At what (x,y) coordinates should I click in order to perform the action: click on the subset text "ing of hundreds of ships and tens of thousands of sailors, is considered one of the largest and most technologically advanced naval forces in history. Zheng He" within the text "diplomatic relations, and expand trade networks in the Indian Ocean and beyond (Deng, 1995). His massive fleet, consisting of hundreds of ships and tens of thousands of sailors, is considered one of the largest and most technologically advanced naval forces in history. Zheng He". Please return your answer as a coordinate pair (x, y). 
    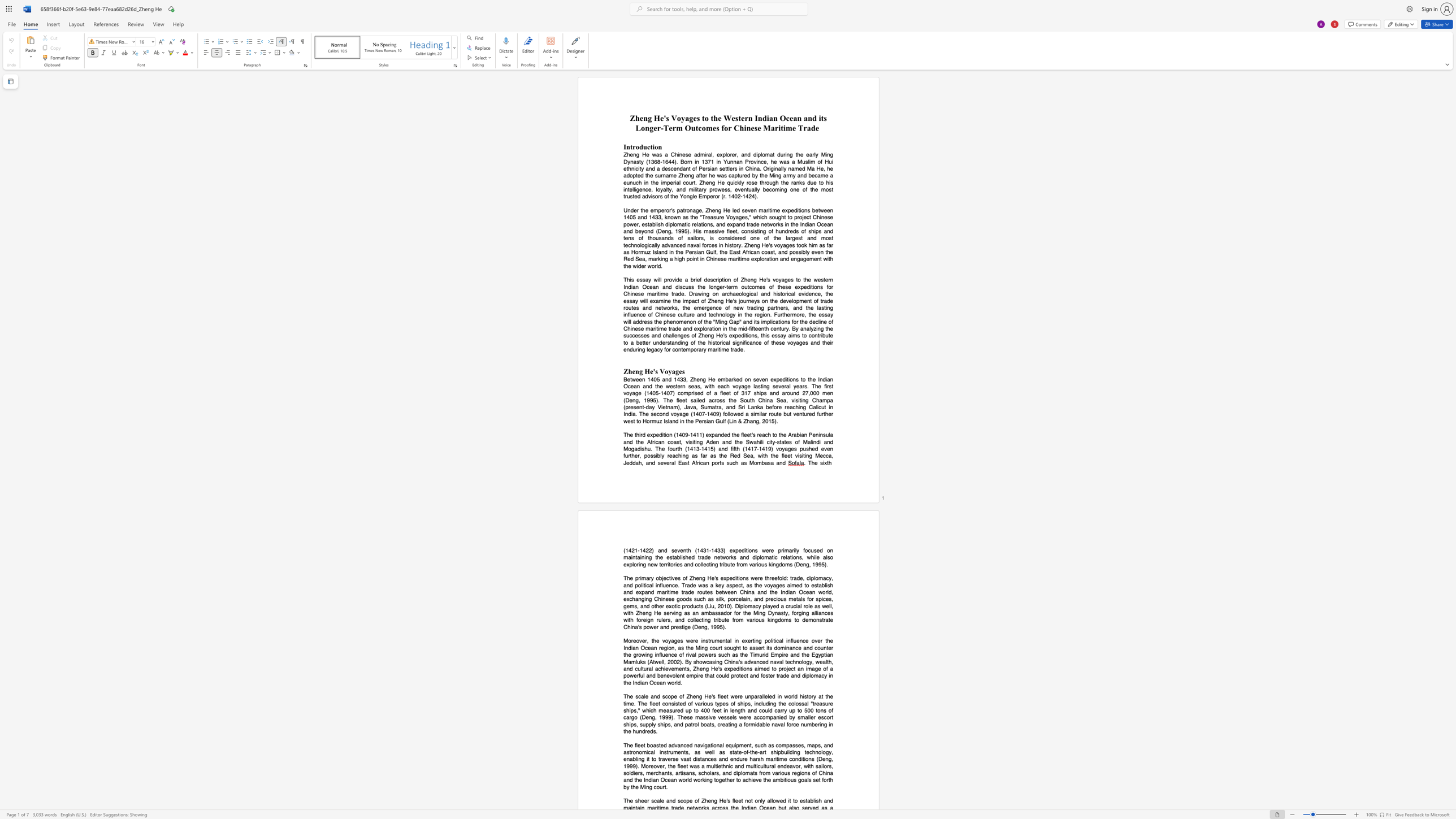
    Looking at the image, I should click on (759, 230).